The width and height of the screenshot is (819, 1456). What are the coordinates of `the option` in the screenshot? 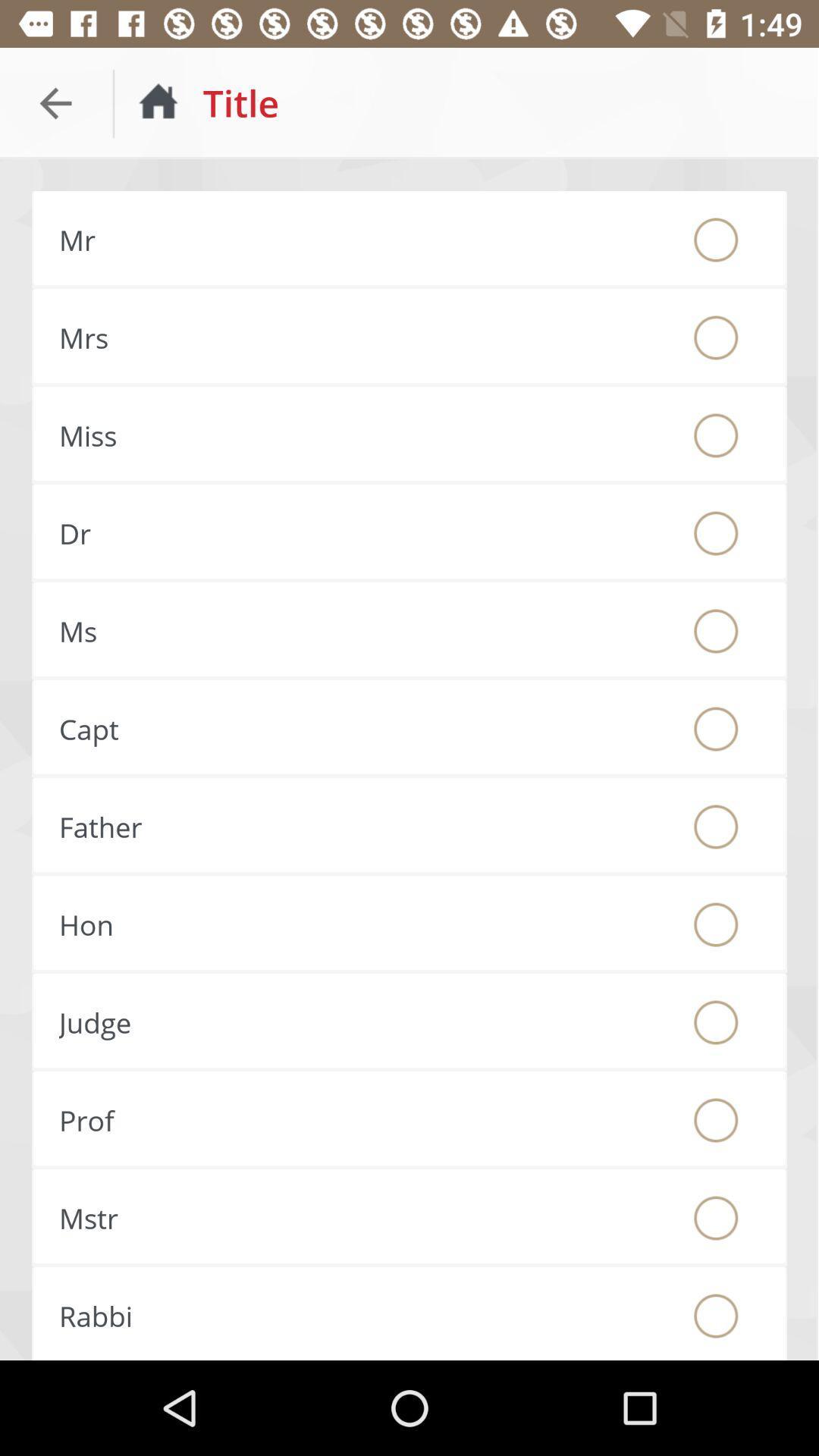 It's located at (716, 435).